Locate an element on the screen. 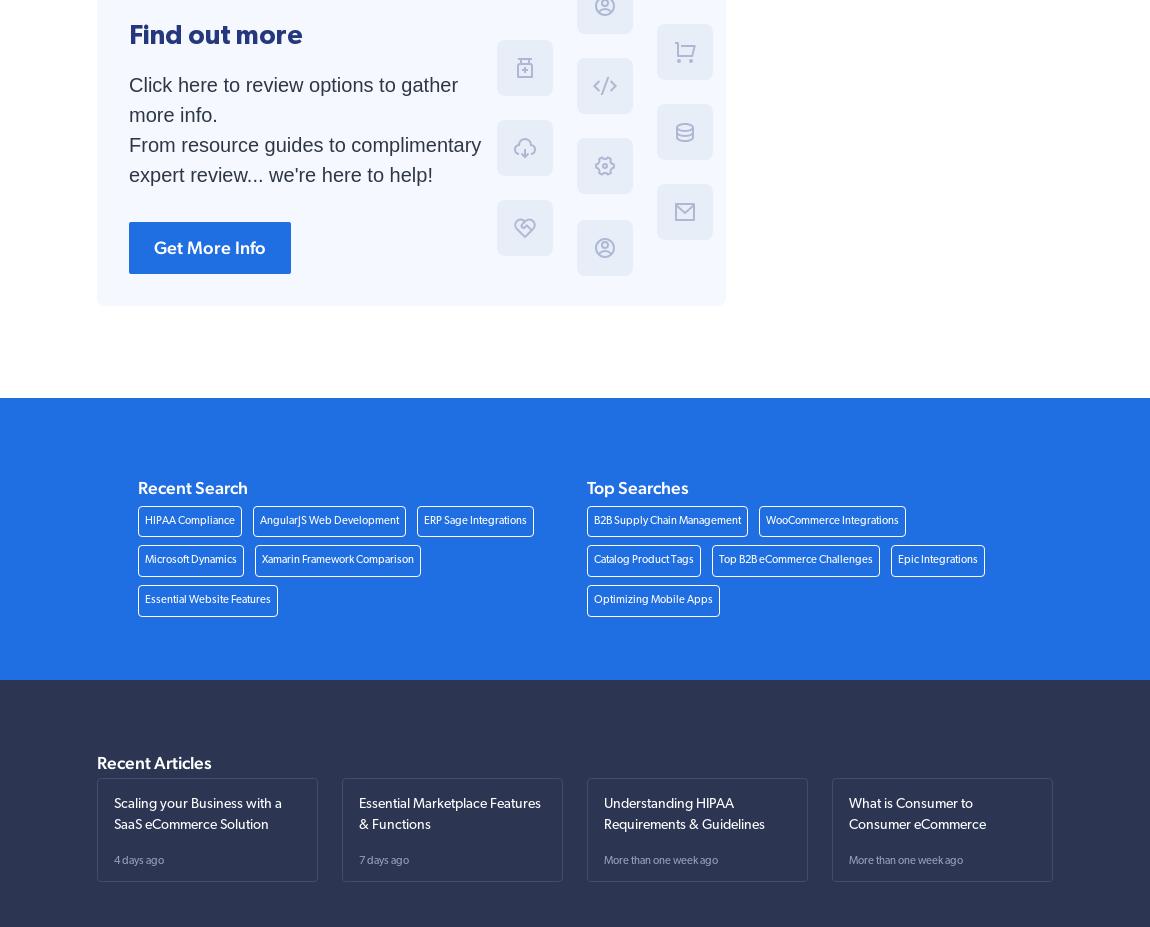  'Top Searches' is located at coordinates (635, 486).